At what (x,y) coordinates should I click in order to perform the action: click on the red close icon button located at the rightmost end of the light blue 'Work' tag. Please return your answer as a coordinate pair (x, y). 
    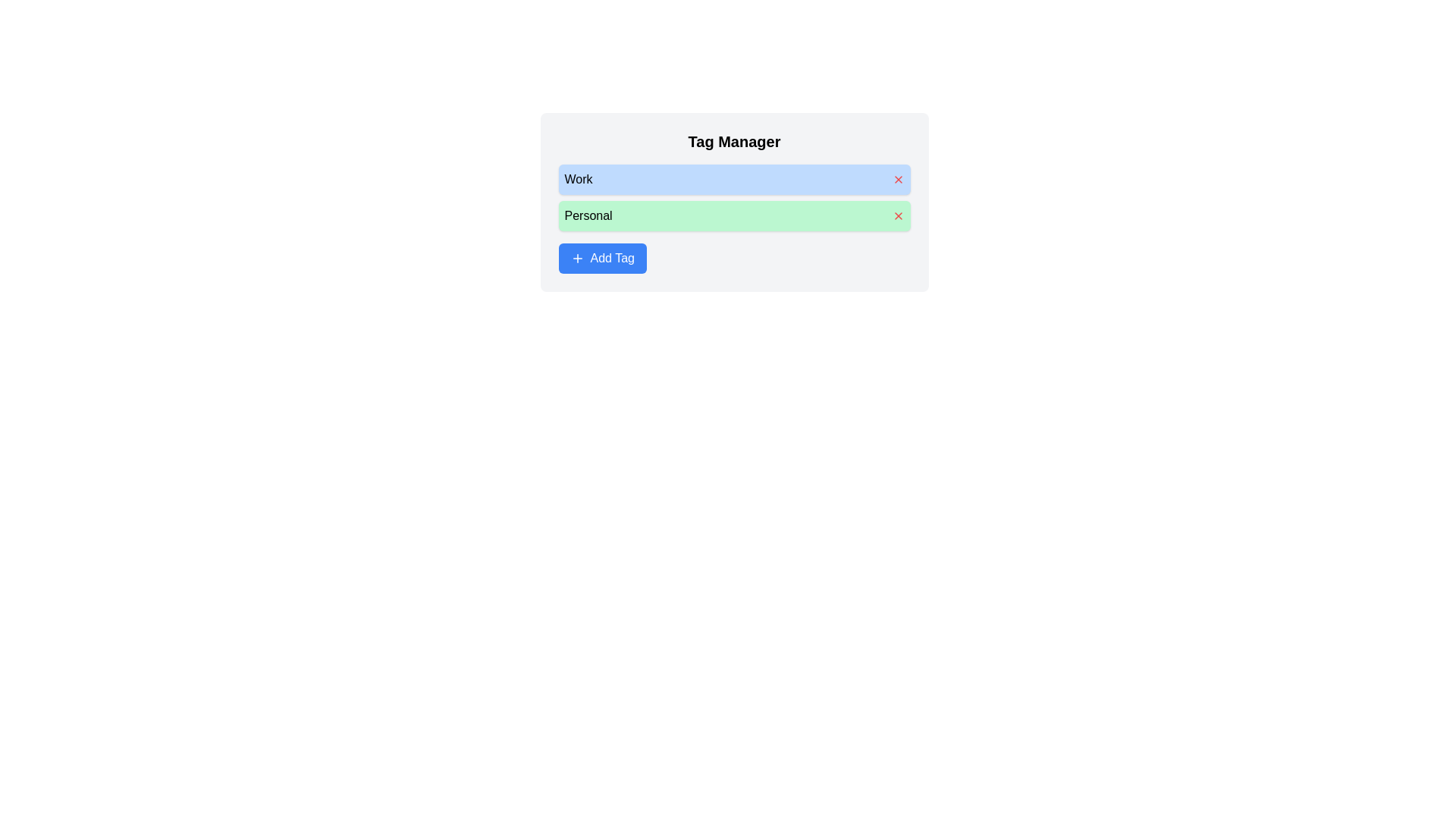
    Looking at the image, I should click on (898, 178).